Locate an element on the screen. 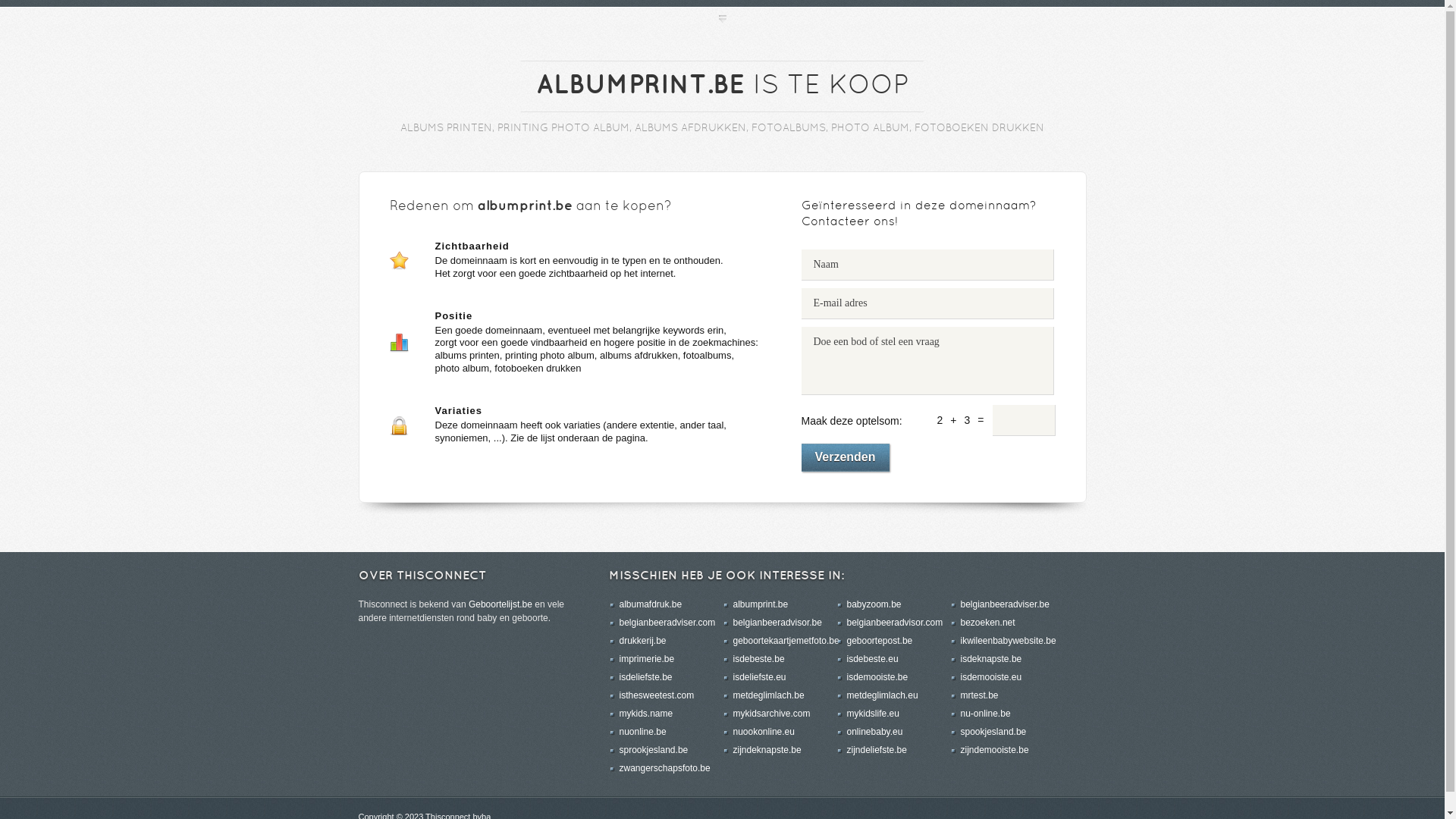 The height and width of the screenshot is (819, 1456). 'mykids.name' is located at coordinates (619, 714).